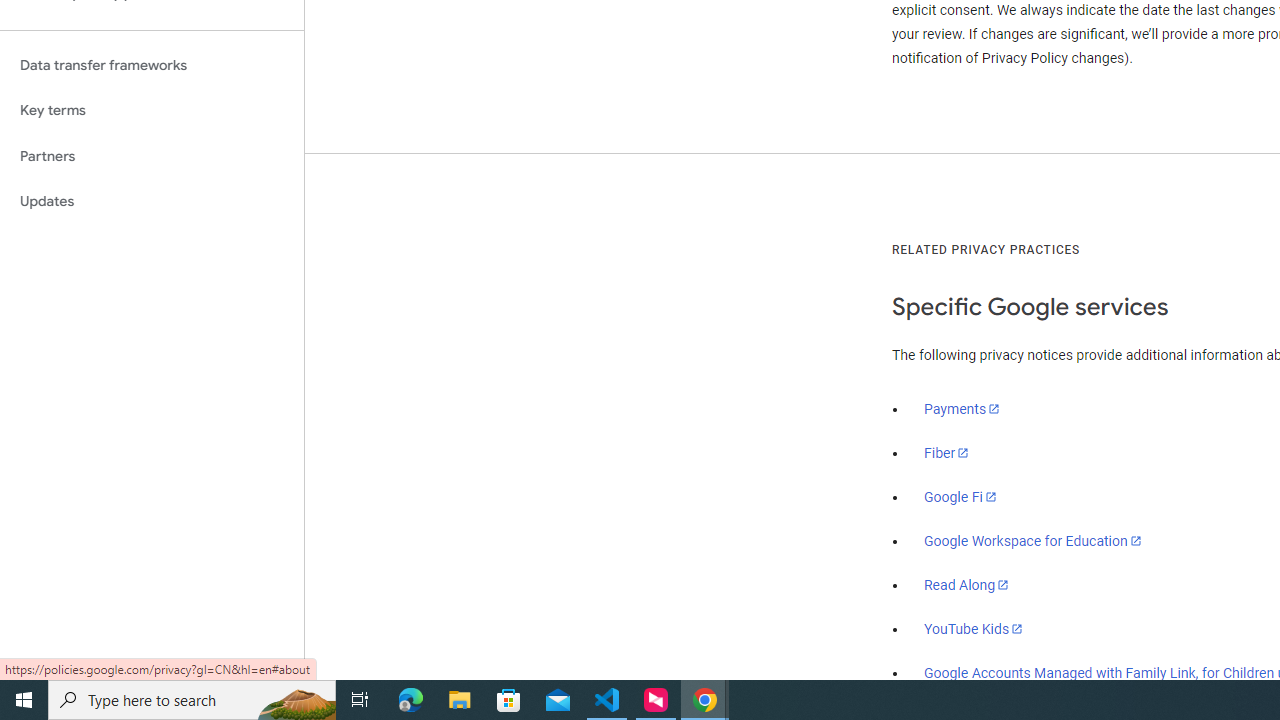 This screenshot has height=720, width=1280. Describe the element at coordinates (960, 496) in the screenshot. I see `'Google Fi'` at that location.